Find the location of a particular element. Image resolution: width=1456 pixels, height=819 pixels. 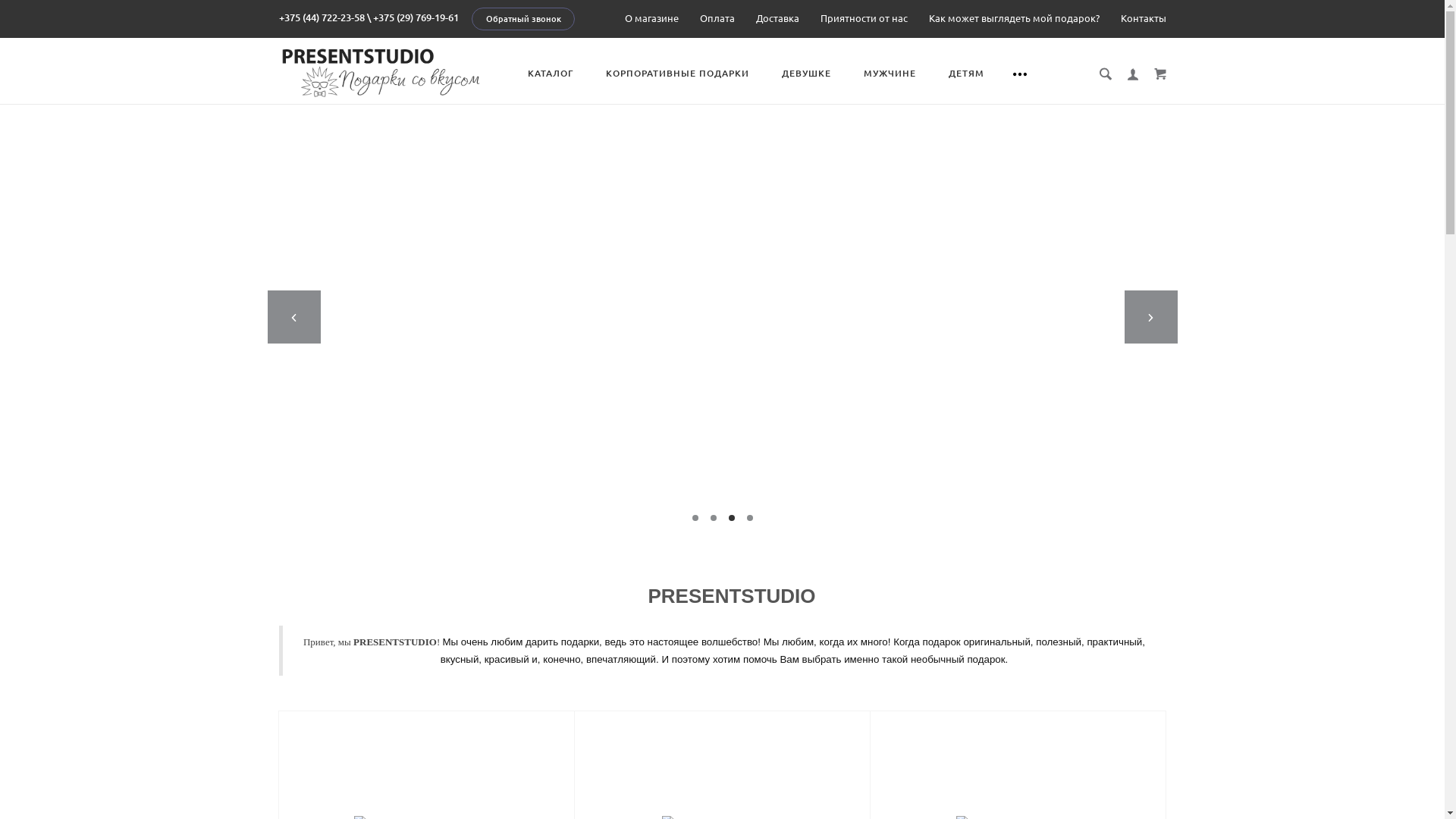

'2' is located at coordinates (712, 516).